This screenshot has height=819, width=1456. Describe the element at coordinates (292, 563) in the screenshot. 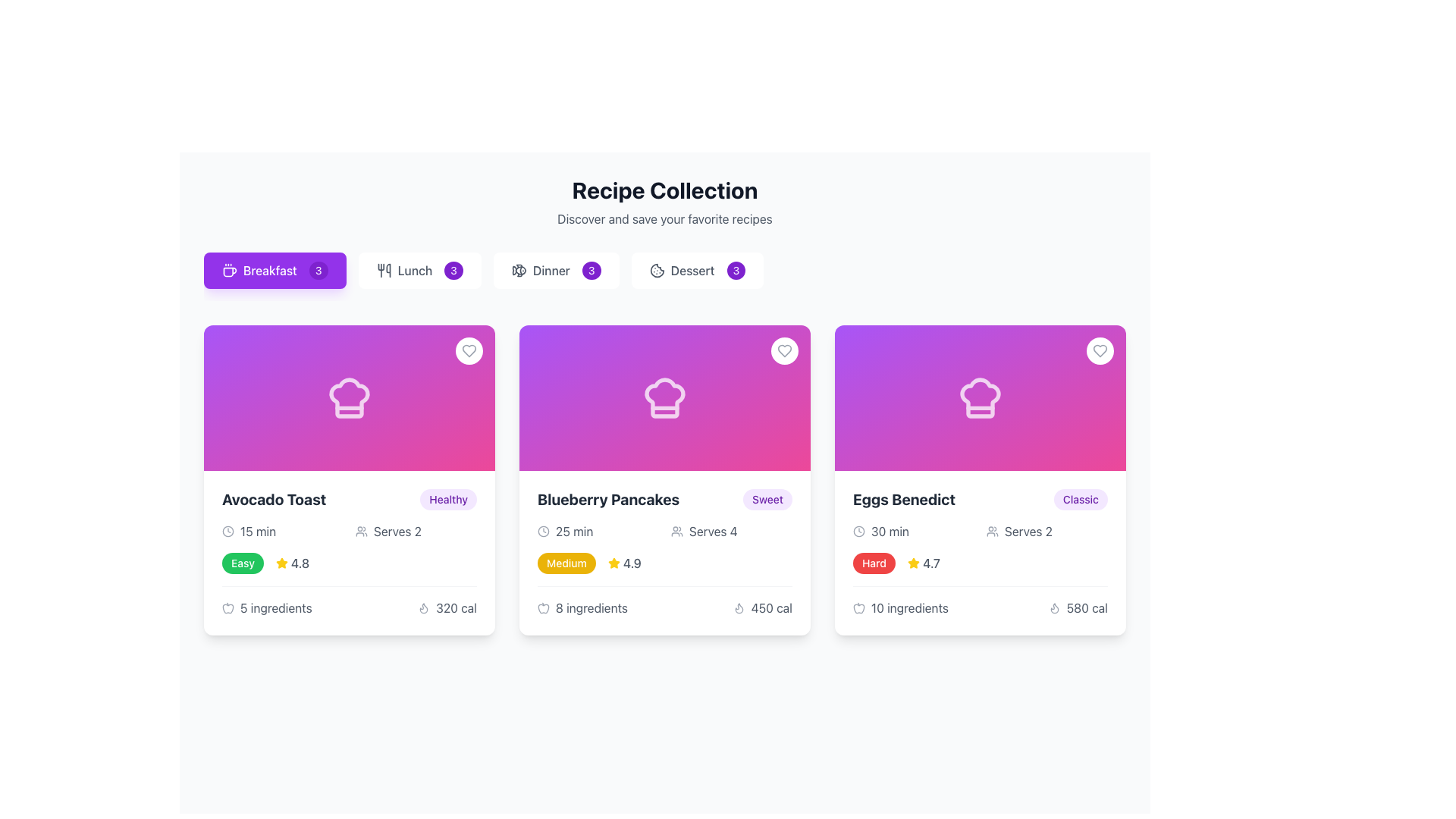

I see `the rating indicator element showing a yellow star icon and the text '4.8' within the 'Avocado Toast' card in the recipe grid` at that location.